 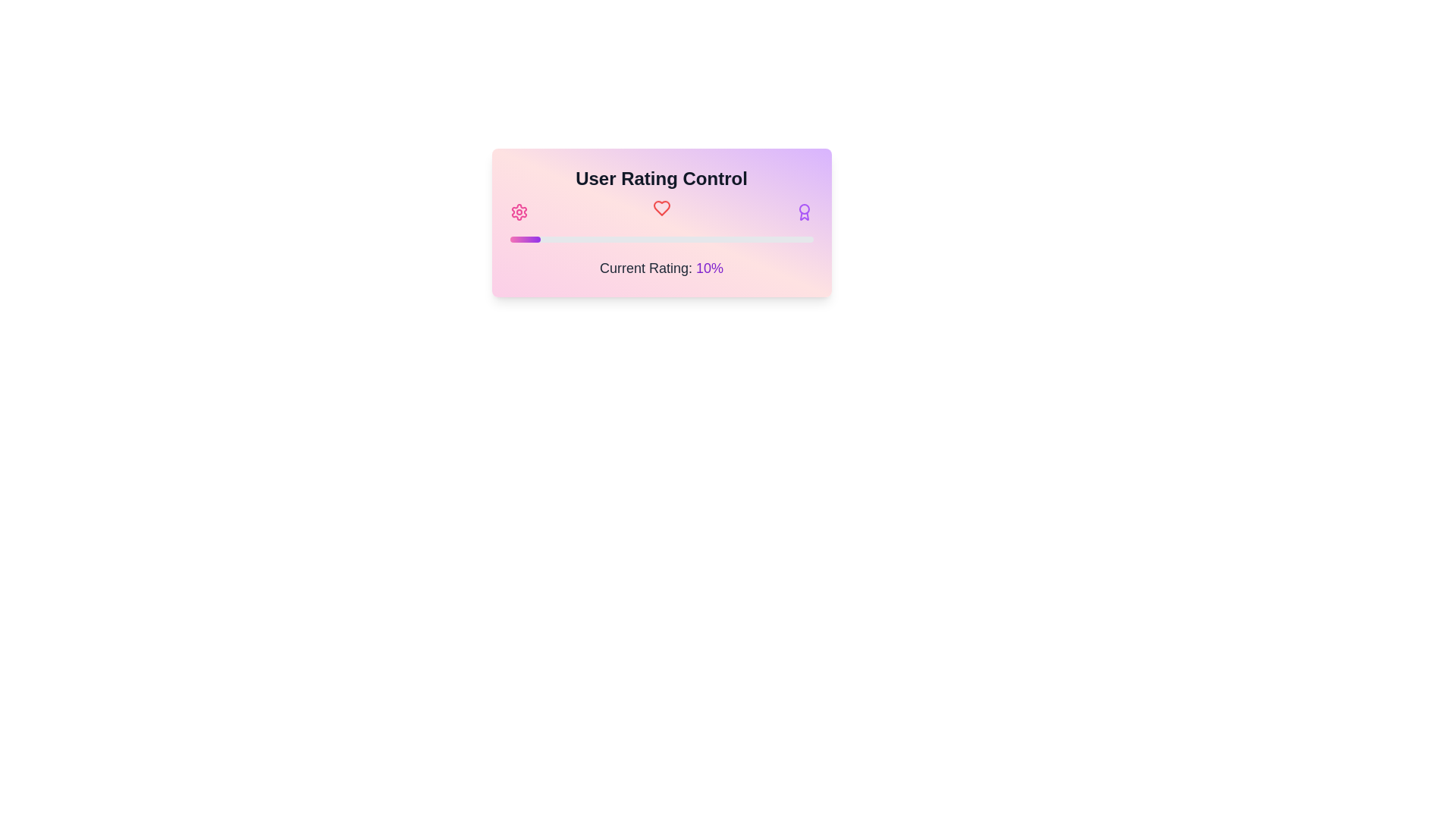 I want to click on the cogwheel icon located at the top-left corner of the 'User Rating Control' section, so click(x=519, y=212).